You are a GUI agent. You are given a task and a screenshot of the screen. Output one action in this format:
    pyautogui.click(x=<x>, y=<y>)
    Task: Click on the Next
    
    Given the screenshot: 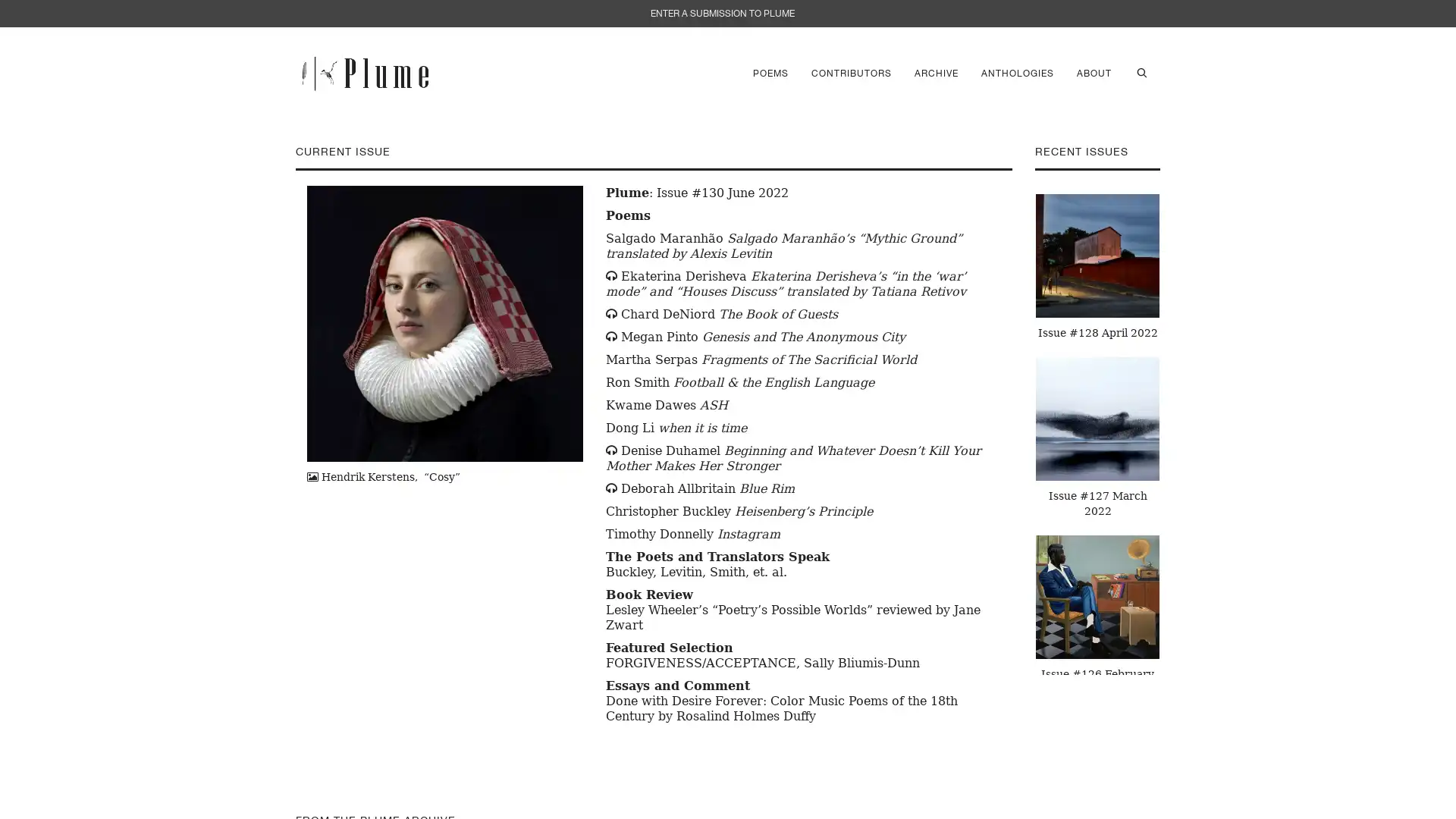 What is the action you would take?
    pyautogui.click(x=1171, y=430)
    